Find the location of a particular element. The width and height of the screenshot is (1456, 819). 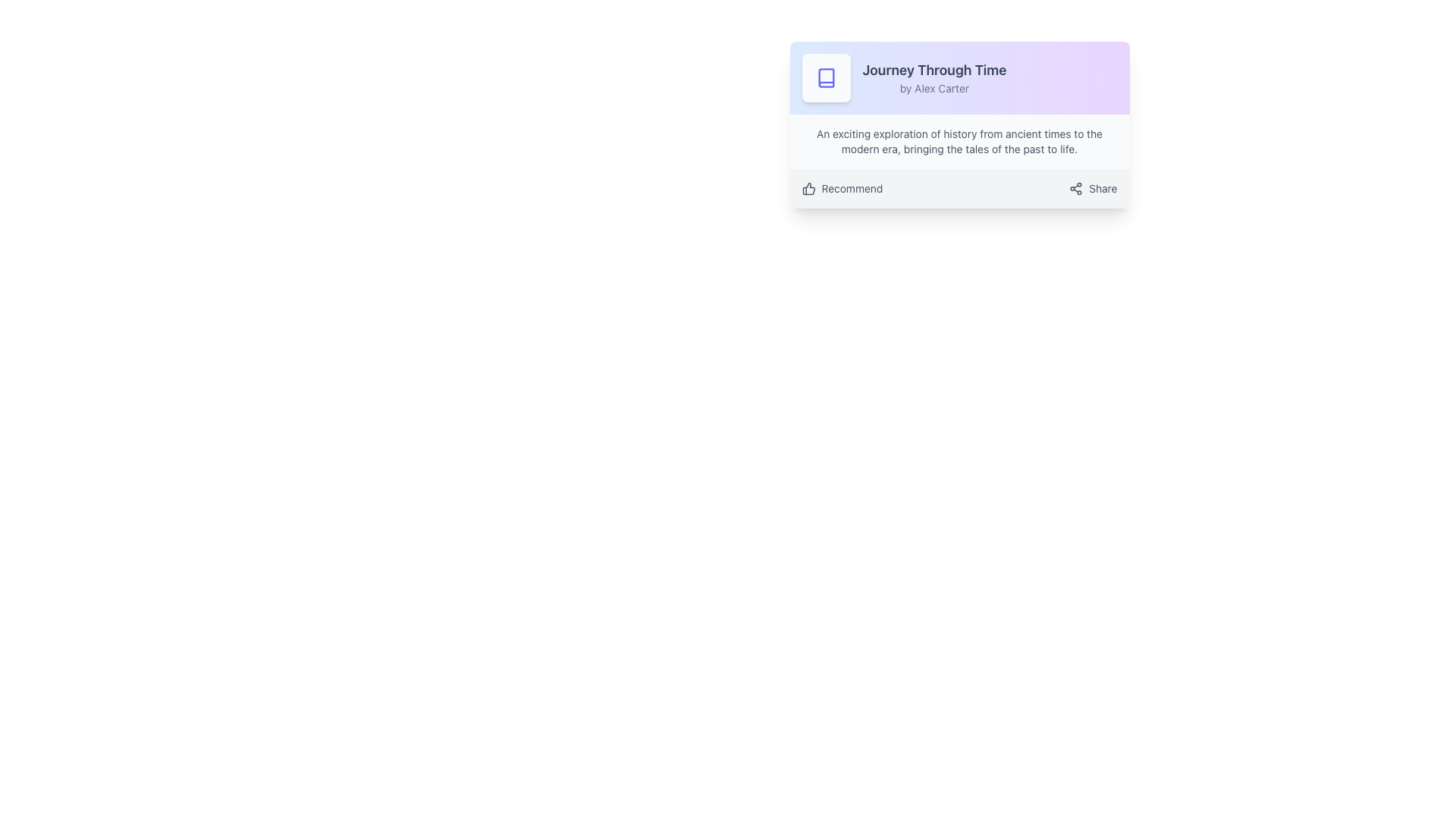

the informational text that reads 'by Alex Carter', which is styled in a smaller, grayed-out font and positioned below the title 'Journey Through Time' in the card layout is located at coordinates (934, 88).